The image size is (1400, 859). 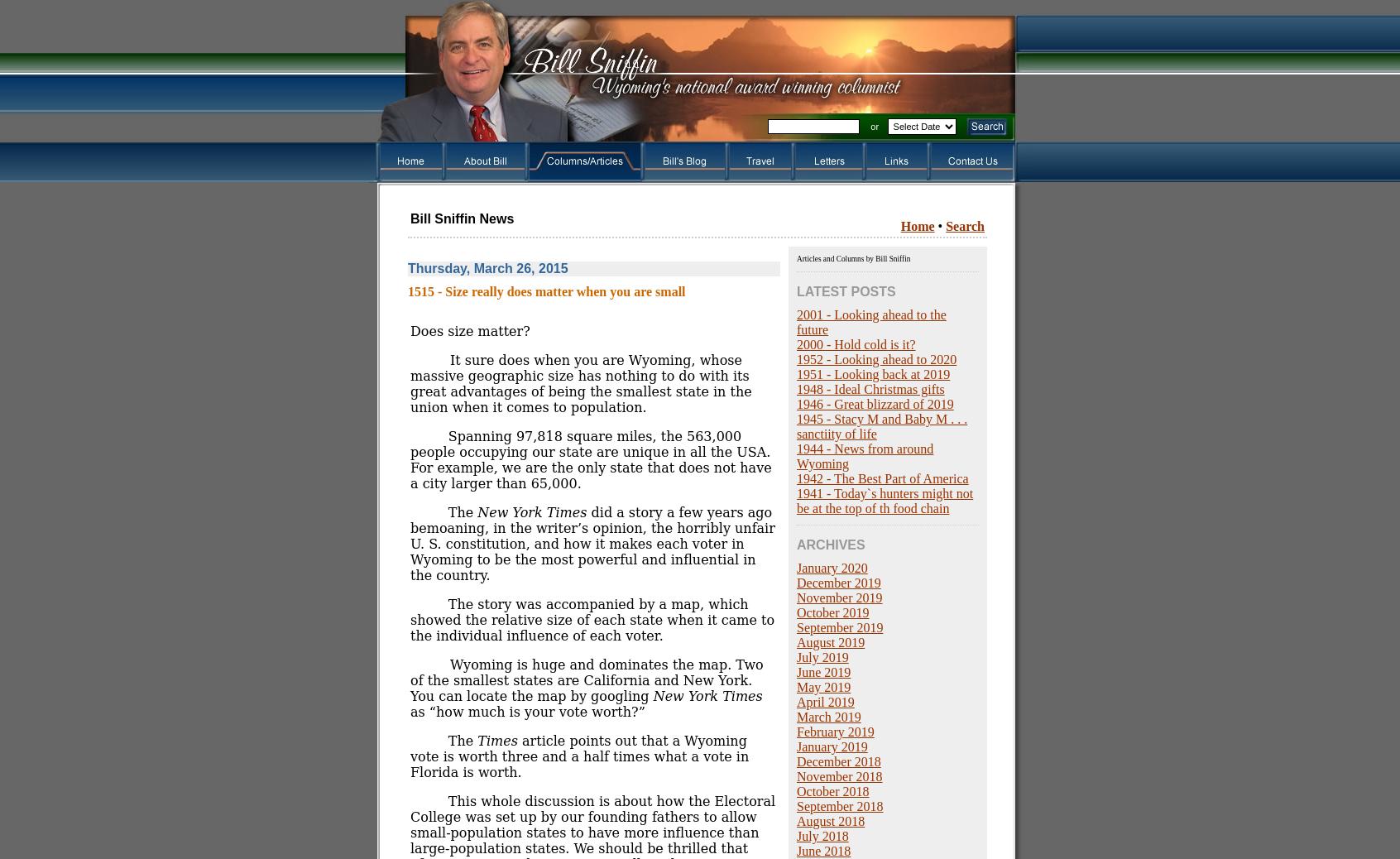 I want to click on 'September 2018', so click(x=839, y=806).